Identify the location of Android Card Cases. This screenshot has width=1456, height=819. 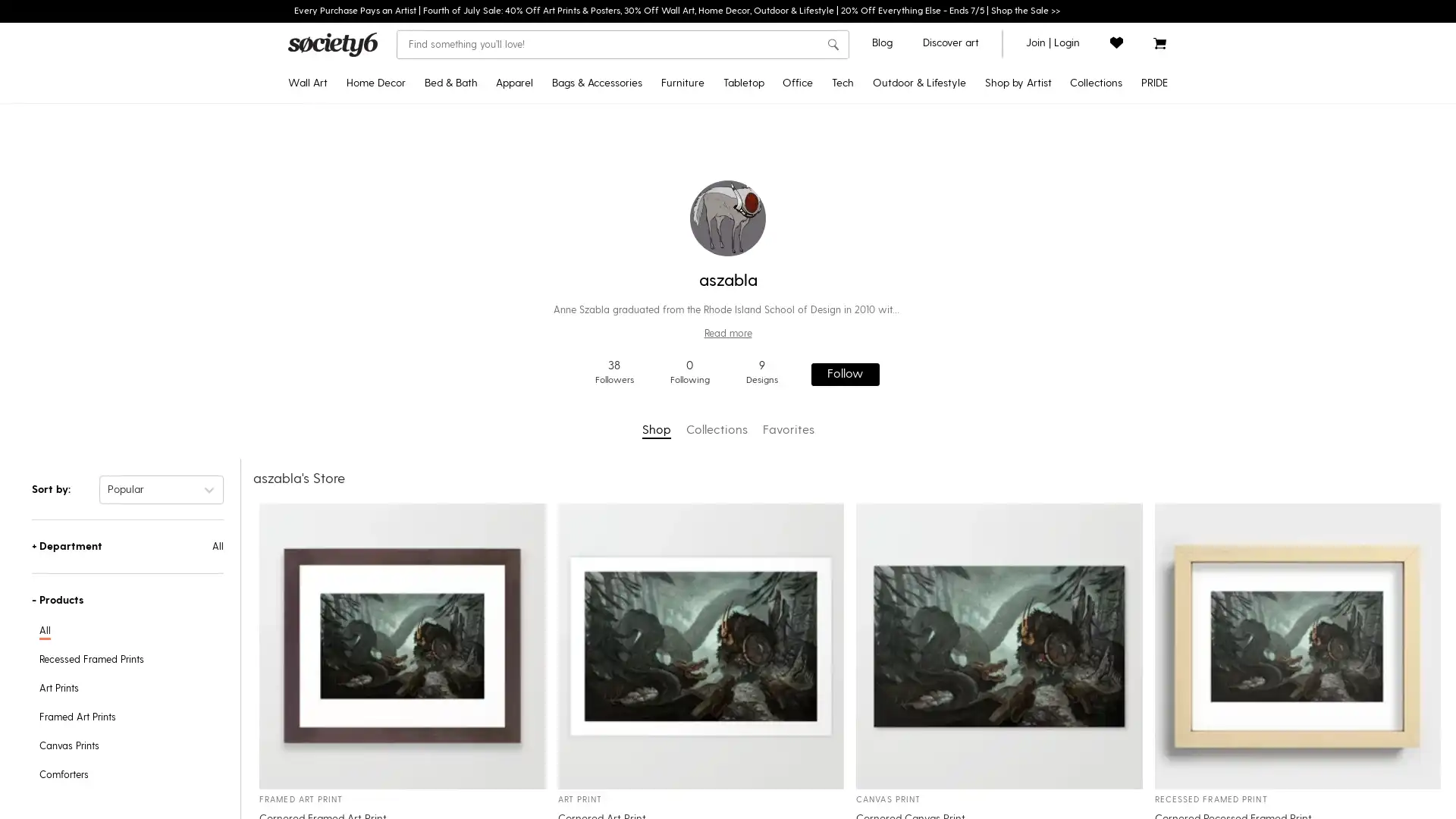
(896, 243).